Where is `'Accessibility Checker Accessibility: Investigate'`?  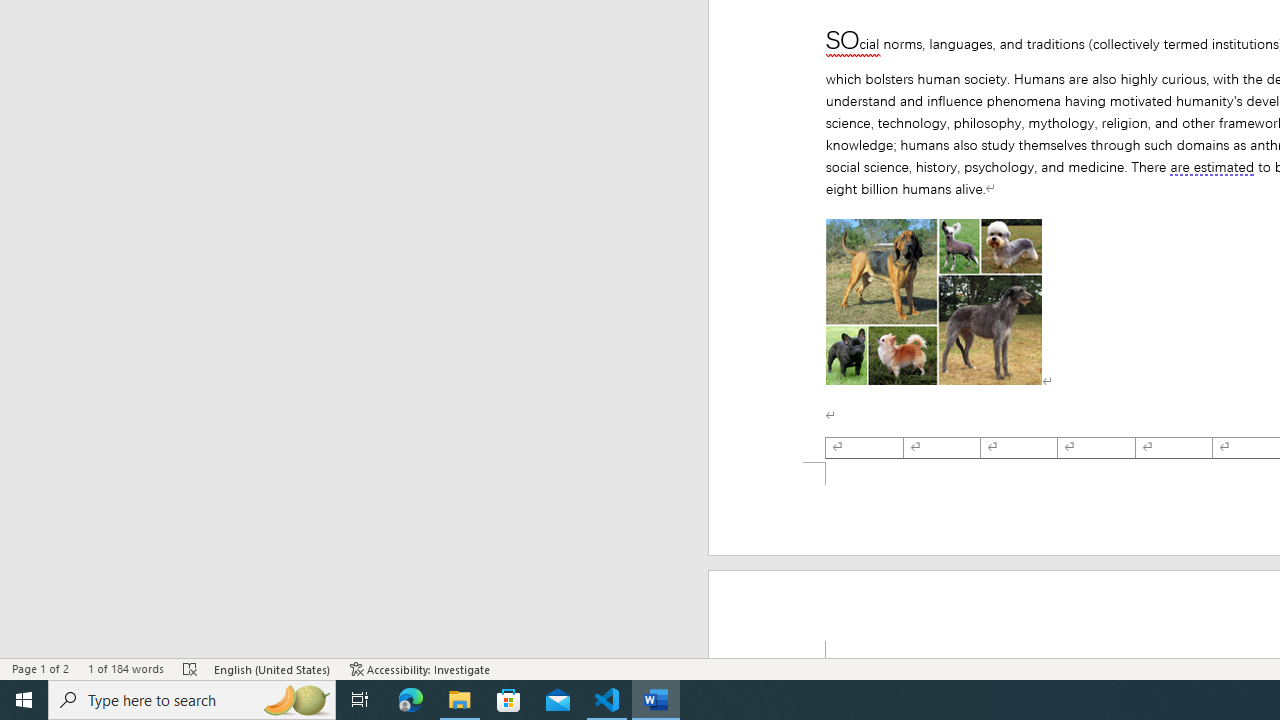
'Accessibility Checker Accessibility: Investigate' is located at coordinates (419, 669).